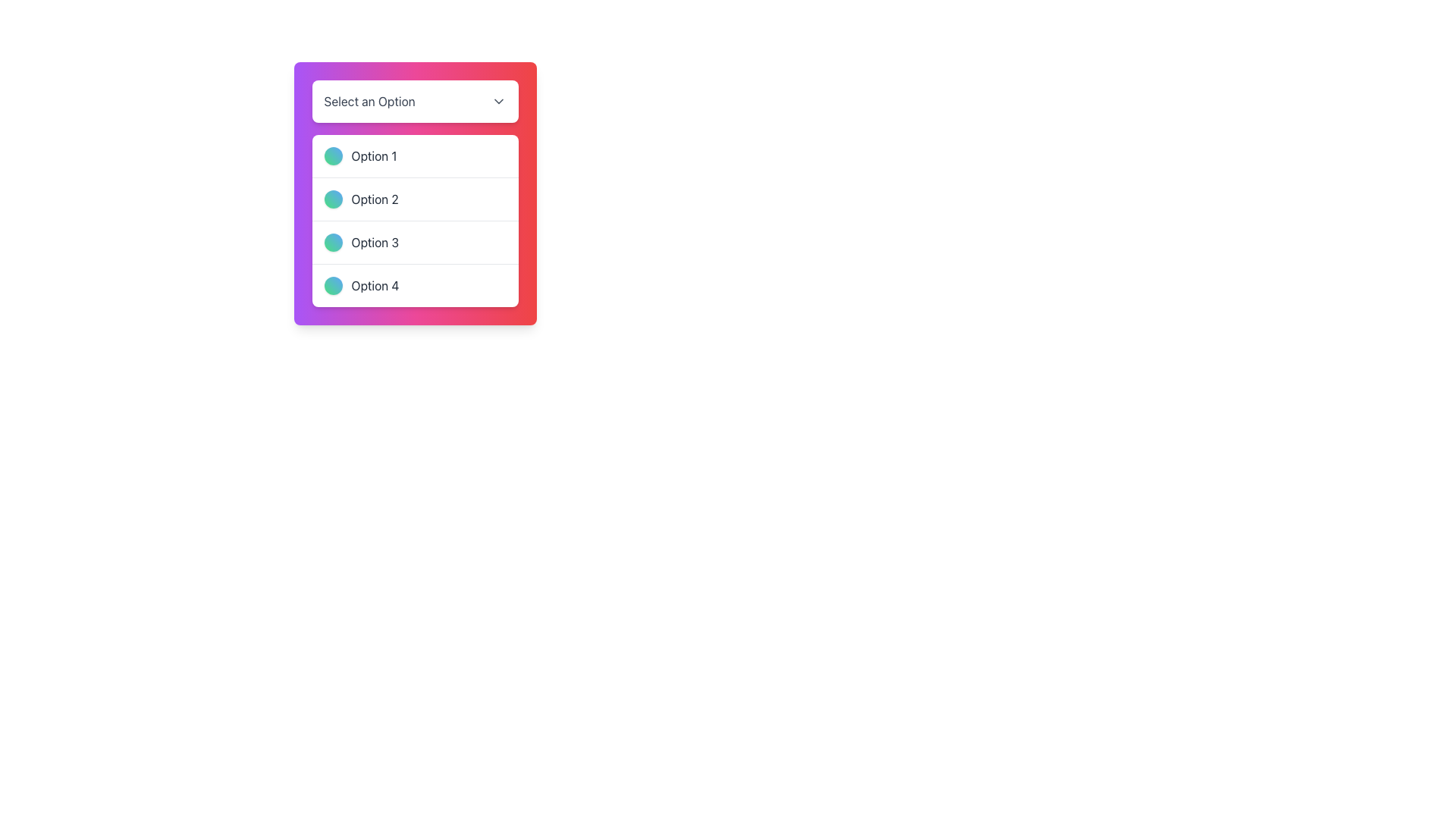  I want to click on the text label reading 'Option 3' in the vertical list, which is styled to appear selectable and is located between 'Option 2' and 'Option 4', adjacent to a circular gradient icon, so click(375, 242).